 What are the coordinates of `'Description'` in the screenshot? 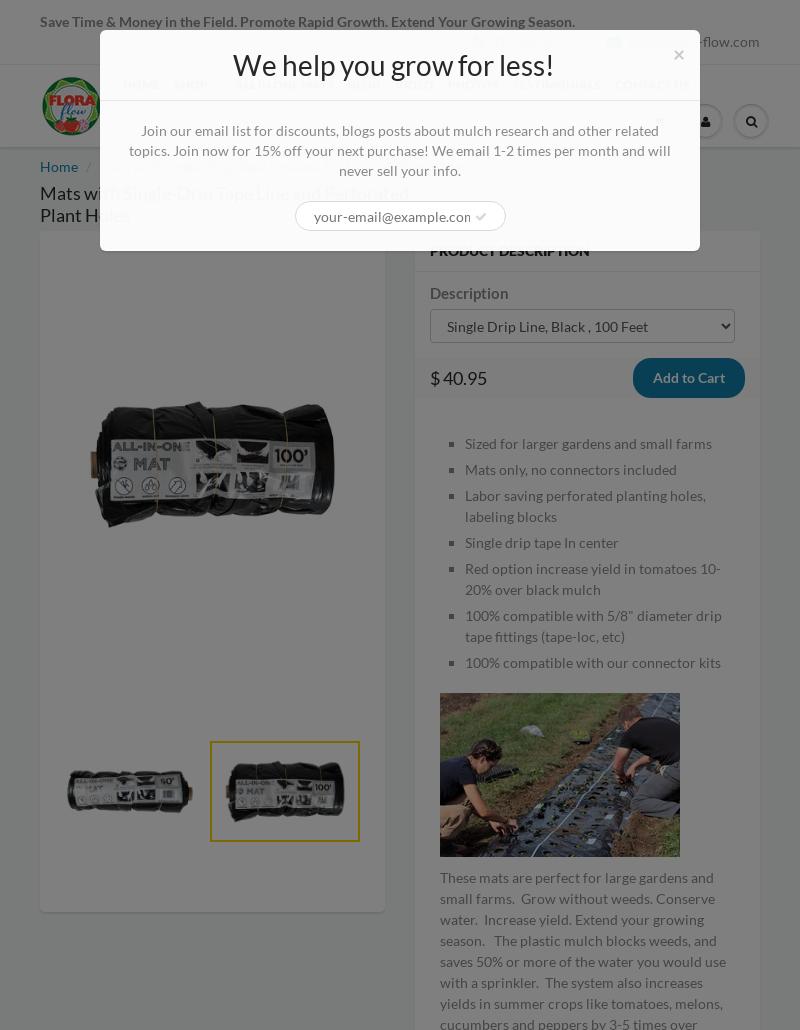 It's located at (469, 292).